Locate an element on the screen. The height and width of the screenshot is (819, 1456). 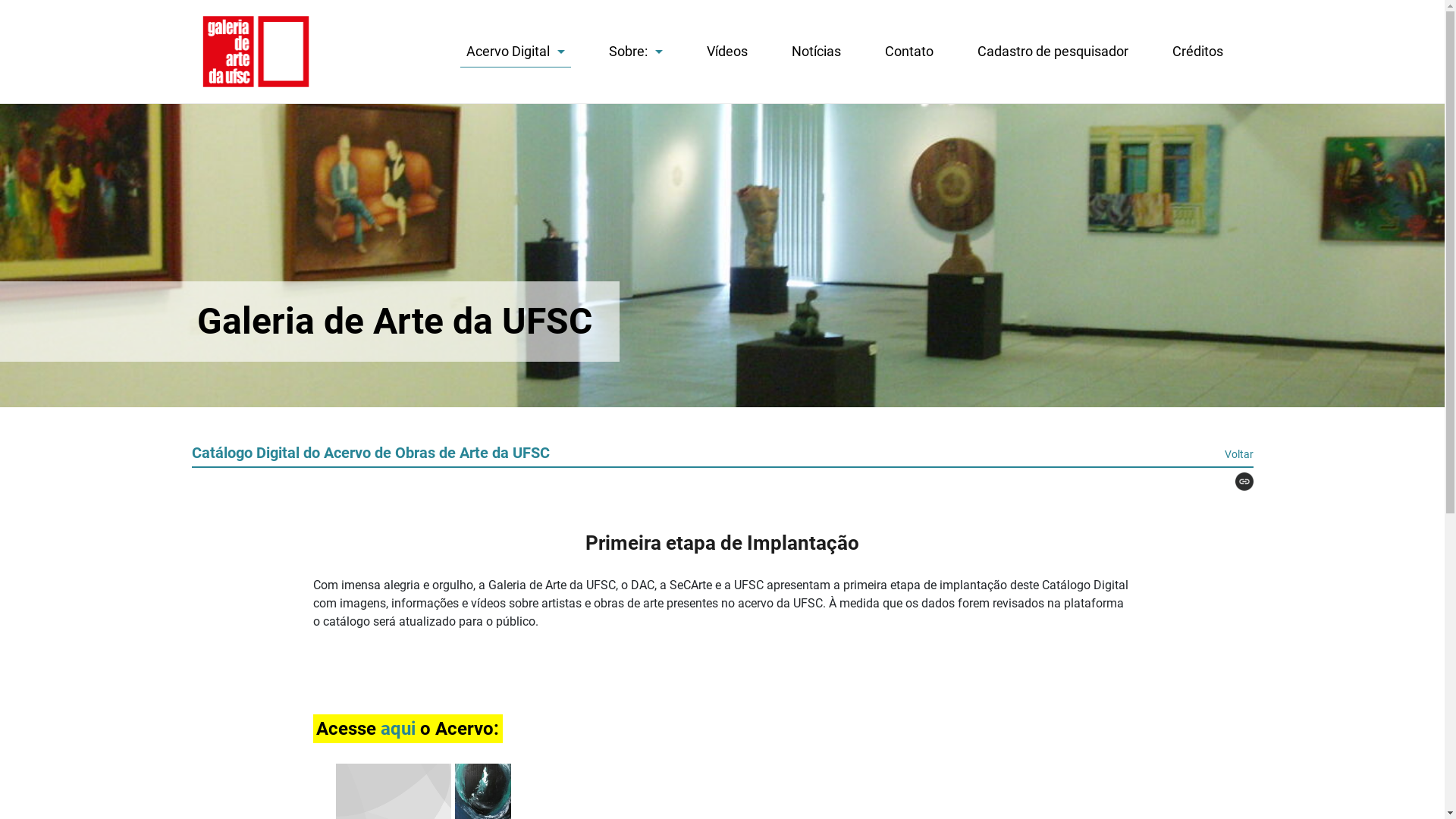
'Acervo Digital' is located at coordinates (514, 54).